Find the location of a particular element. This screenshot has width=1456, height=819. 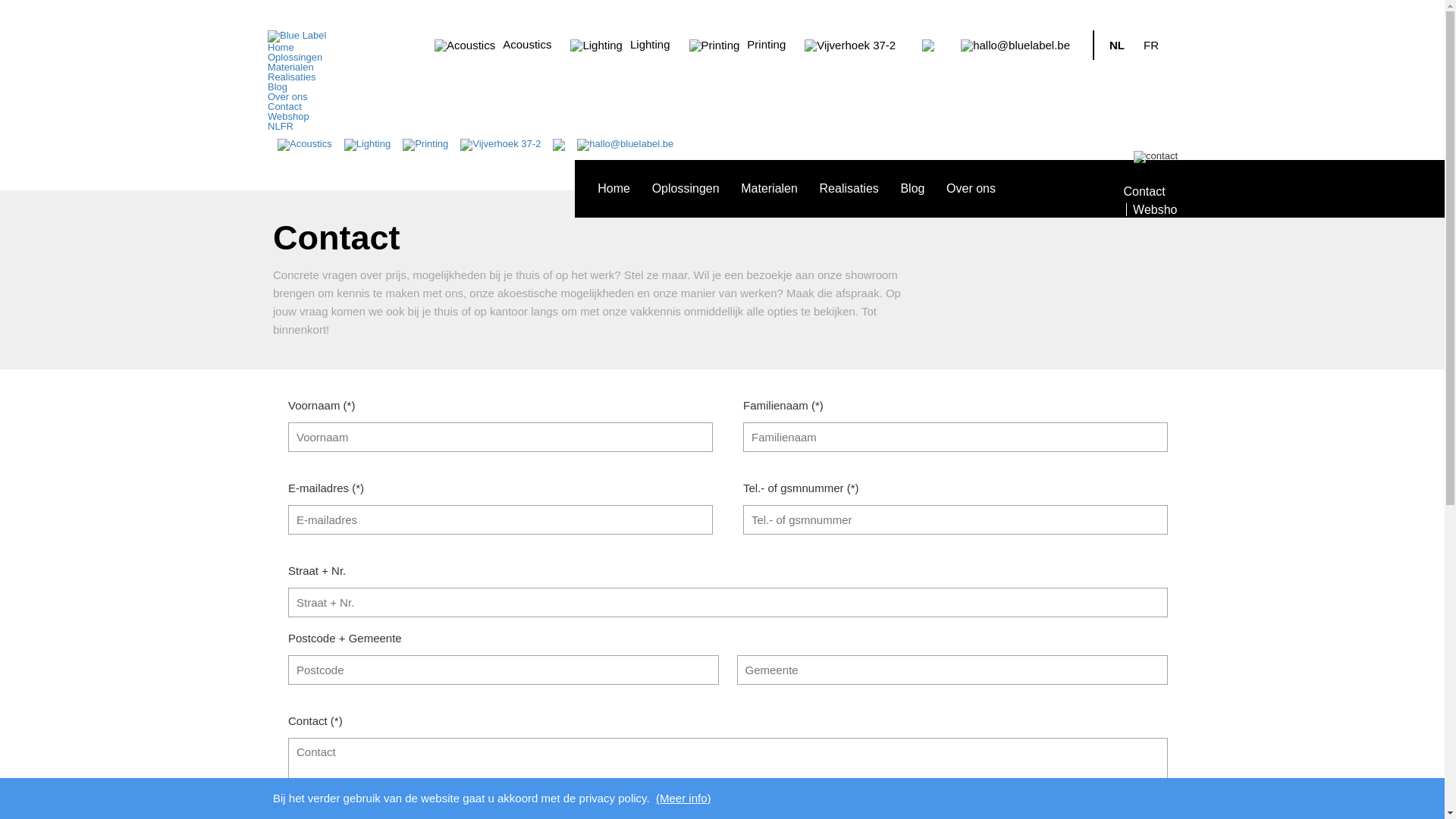

'Webshop' is located at coordinates (288, 115).